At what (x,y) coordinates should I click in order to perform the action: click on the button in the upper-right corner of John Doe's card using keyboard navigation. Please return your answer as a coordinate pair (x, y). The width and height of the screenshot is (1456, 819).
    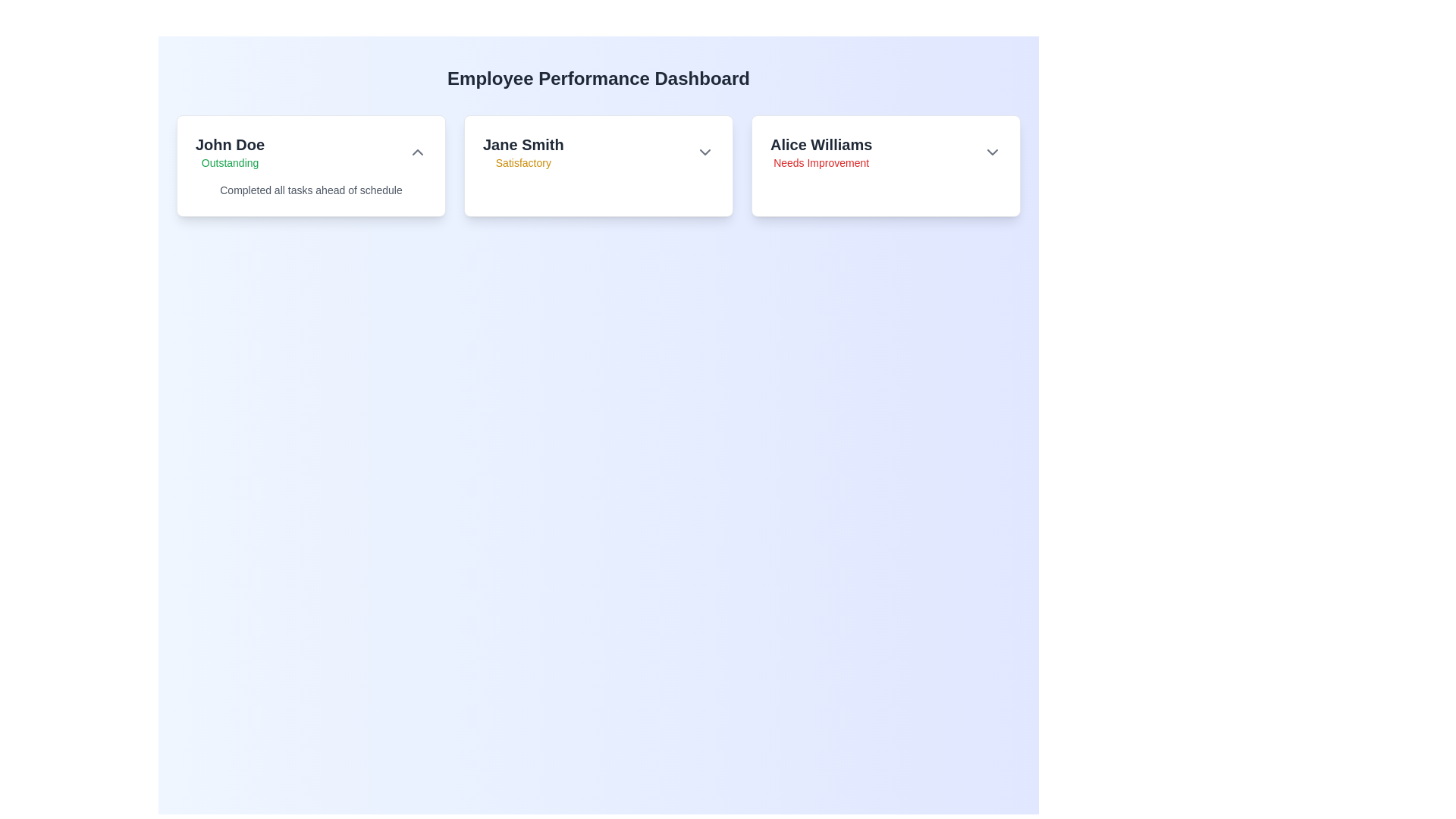
    Looking at the image, I should click on (418, 152).